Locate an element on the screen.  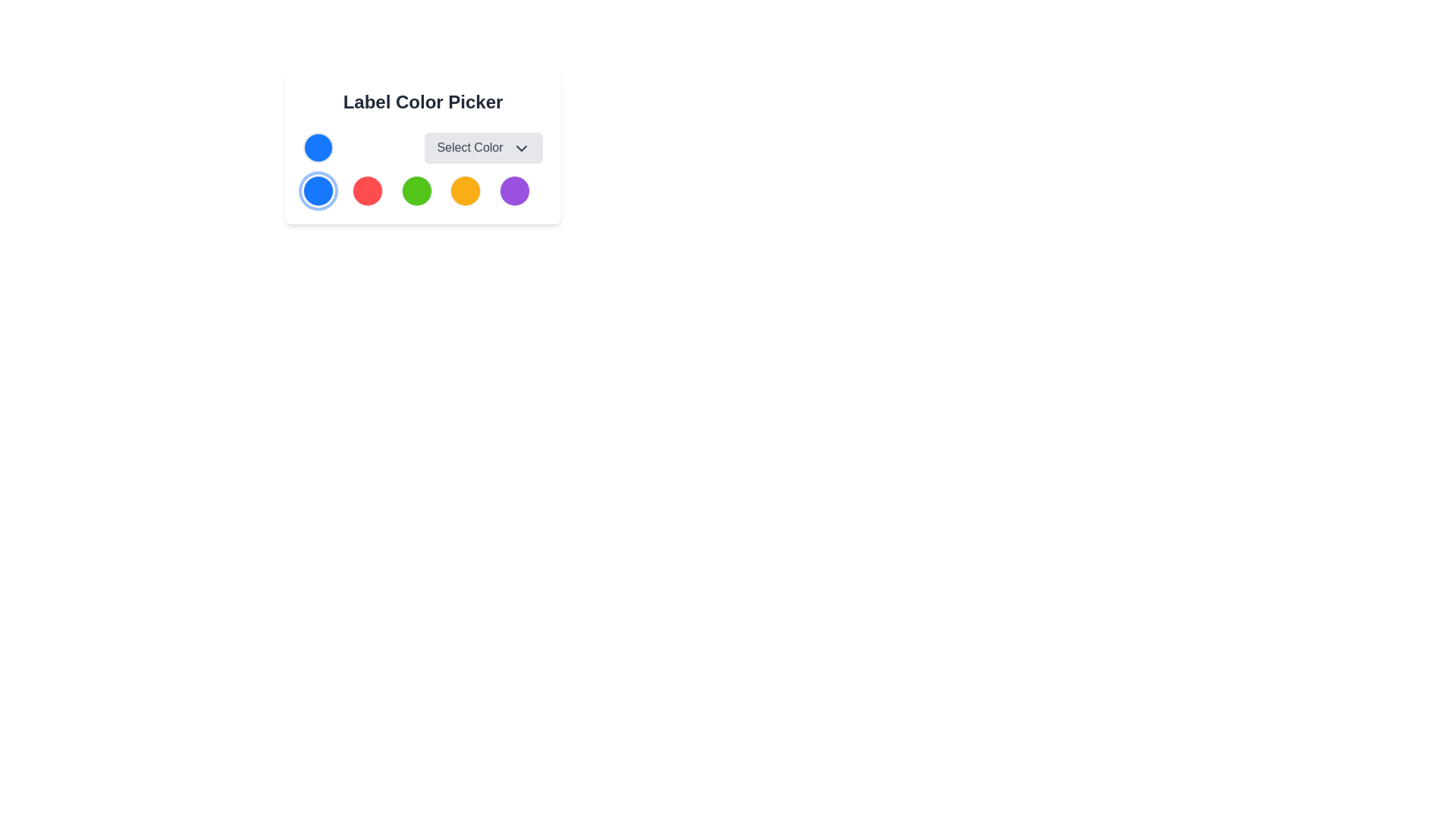
the 'Select Color' dropdown menu in the color picker module is located at coordinates (422, 148).